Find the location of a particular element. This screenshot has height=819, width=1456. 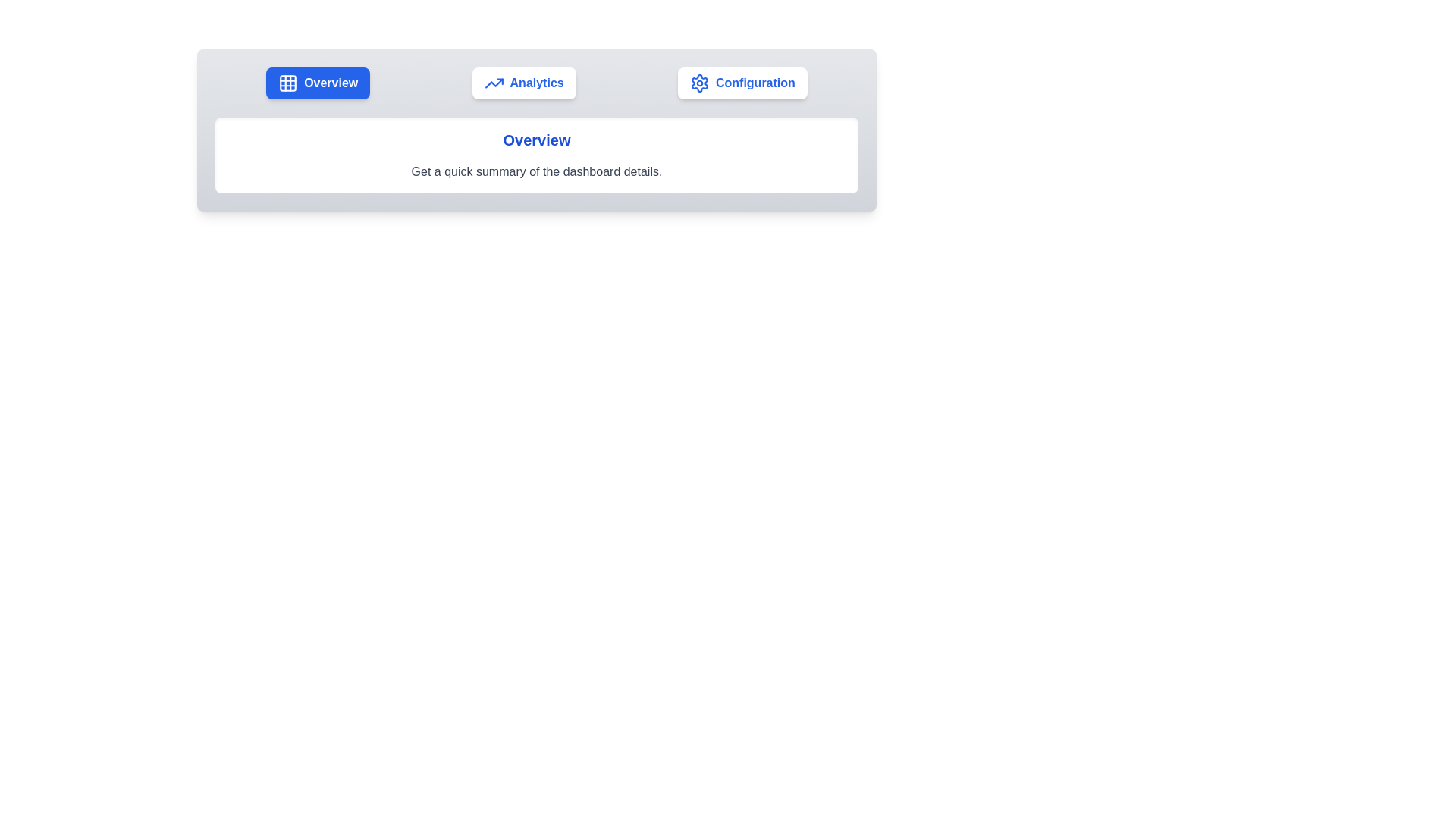

the Overview tab by clicking on it is located at coordinates (317, 83).